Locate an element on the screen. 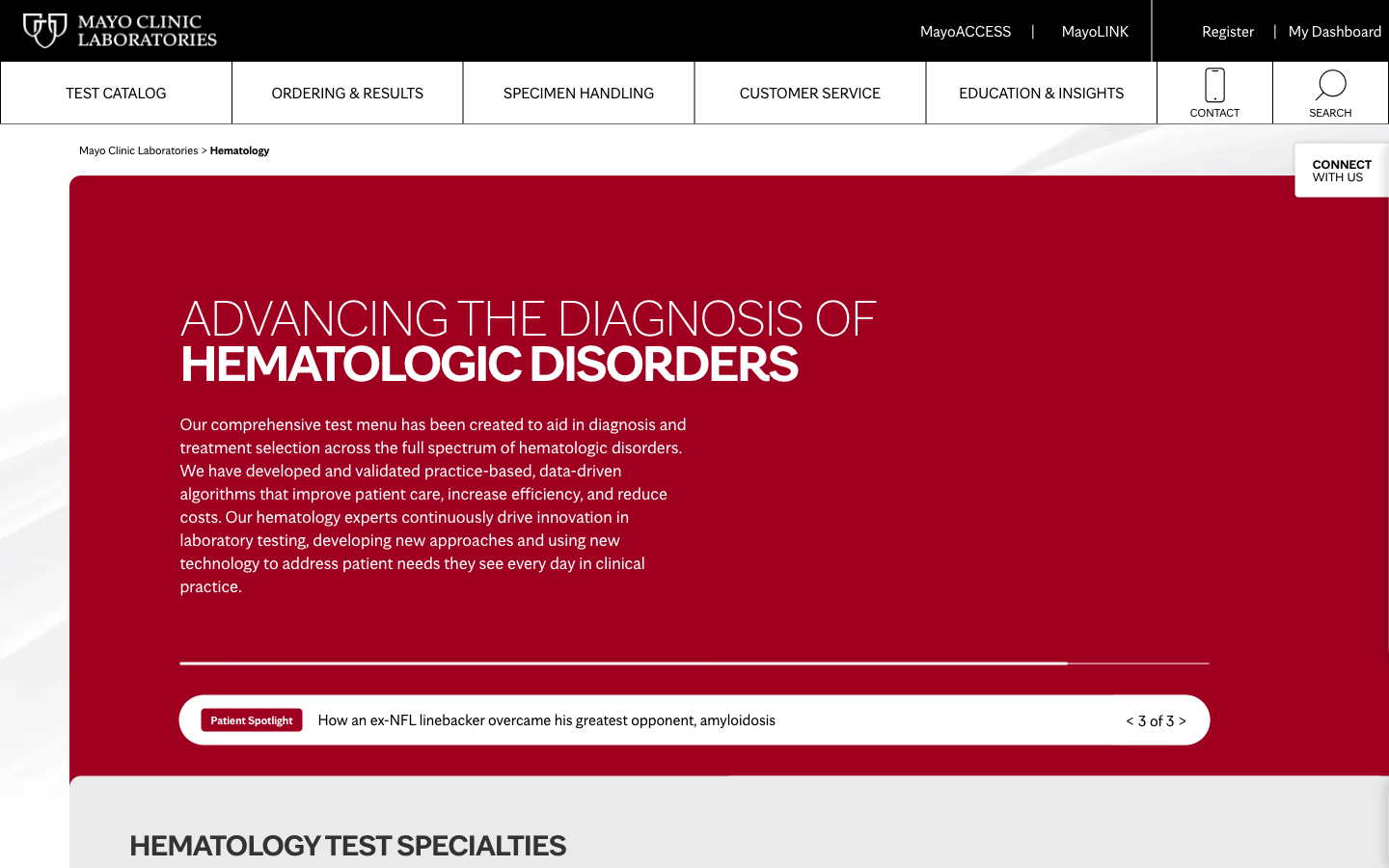  MayoLink webpage is located at coordinates (1094, 30).